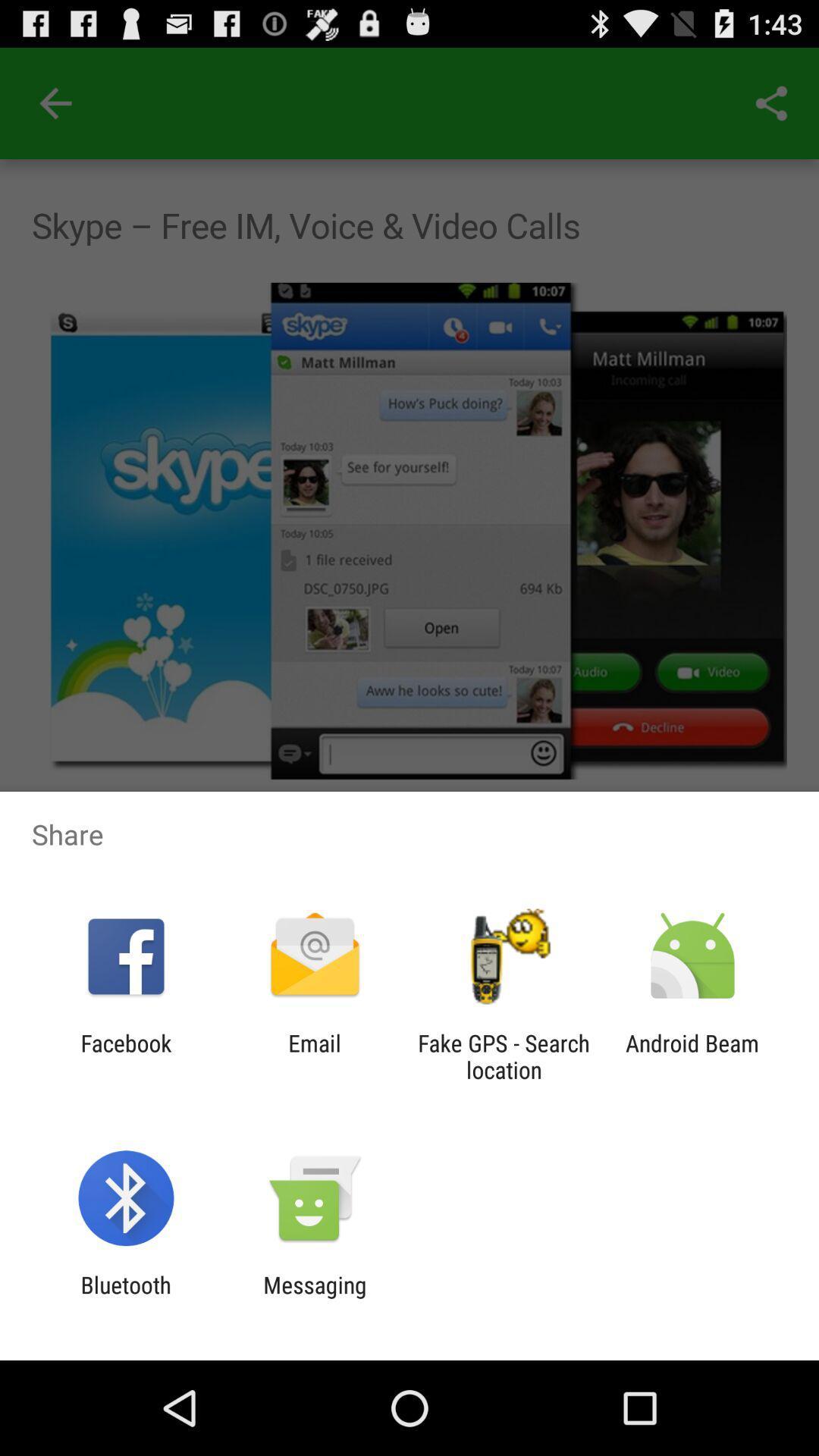 This screenshot has height=1456, width=819. I want to click on icon next to fake gps search item, so click(692, 1056).